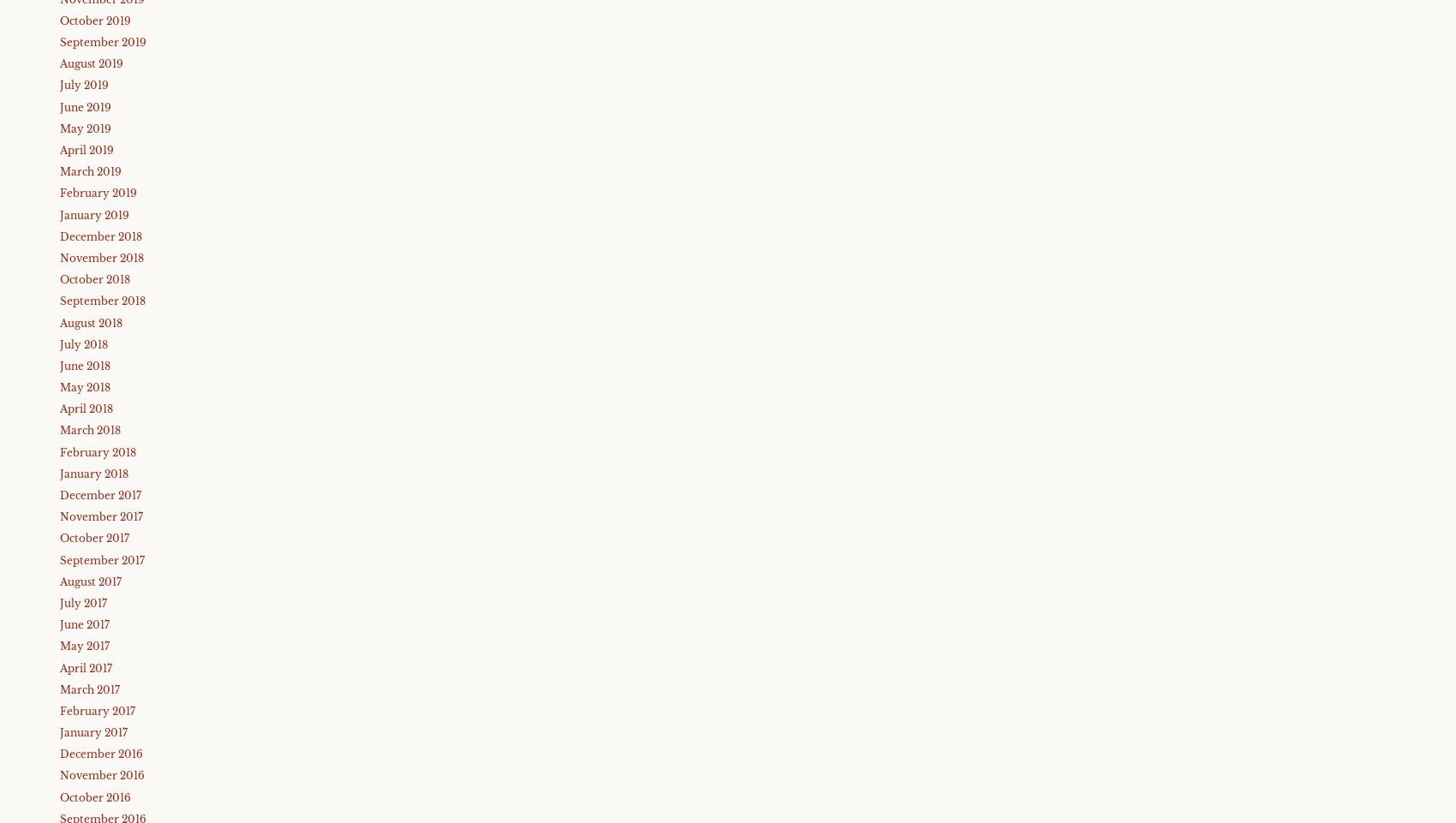  I want to click on 'January 2018', so click(92, 472).